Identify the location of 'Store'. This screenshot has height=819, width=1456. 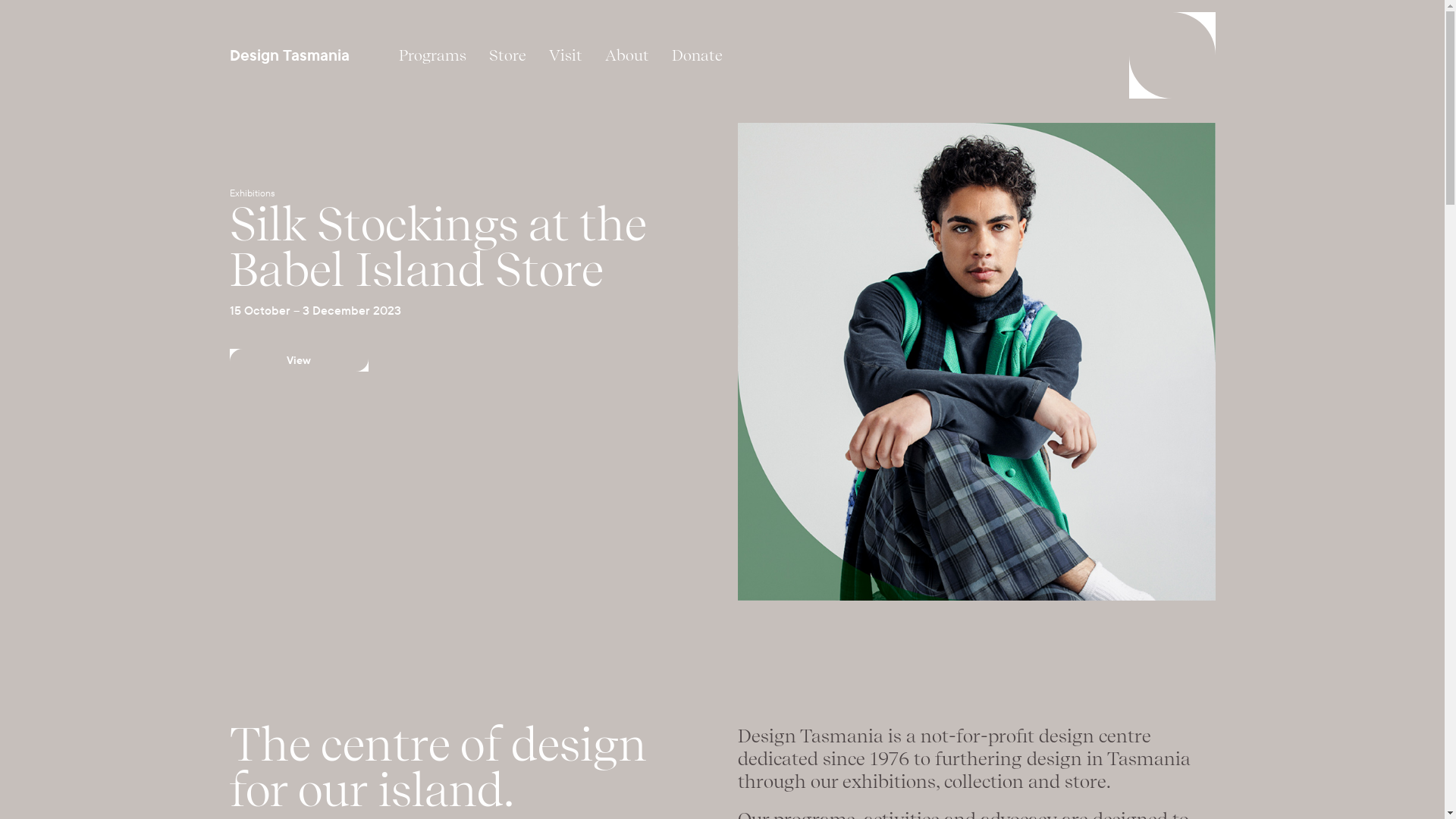
(476, 55).